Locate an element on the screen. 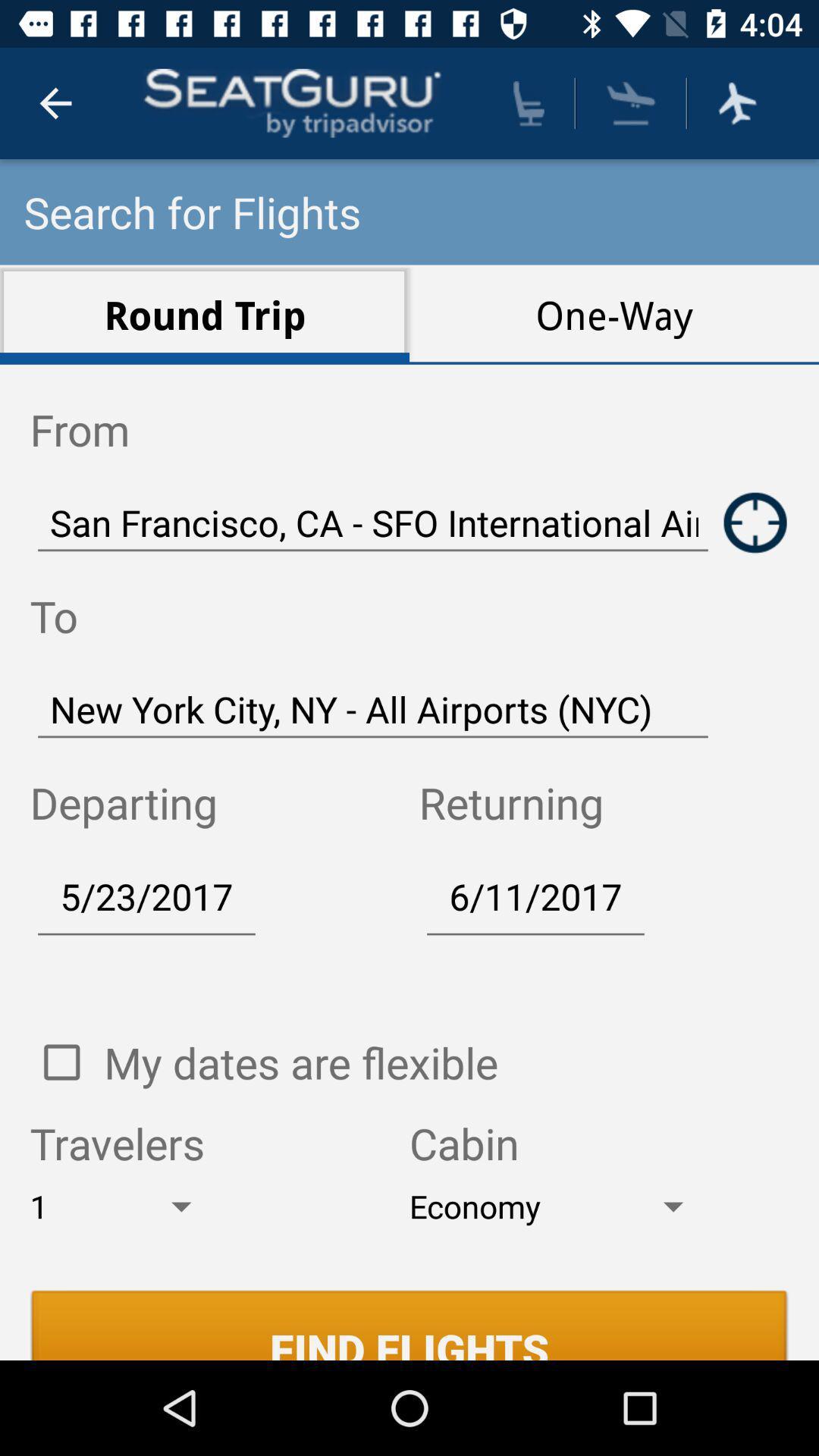  the location_crosshair icon is located at coordinates (755, 522).